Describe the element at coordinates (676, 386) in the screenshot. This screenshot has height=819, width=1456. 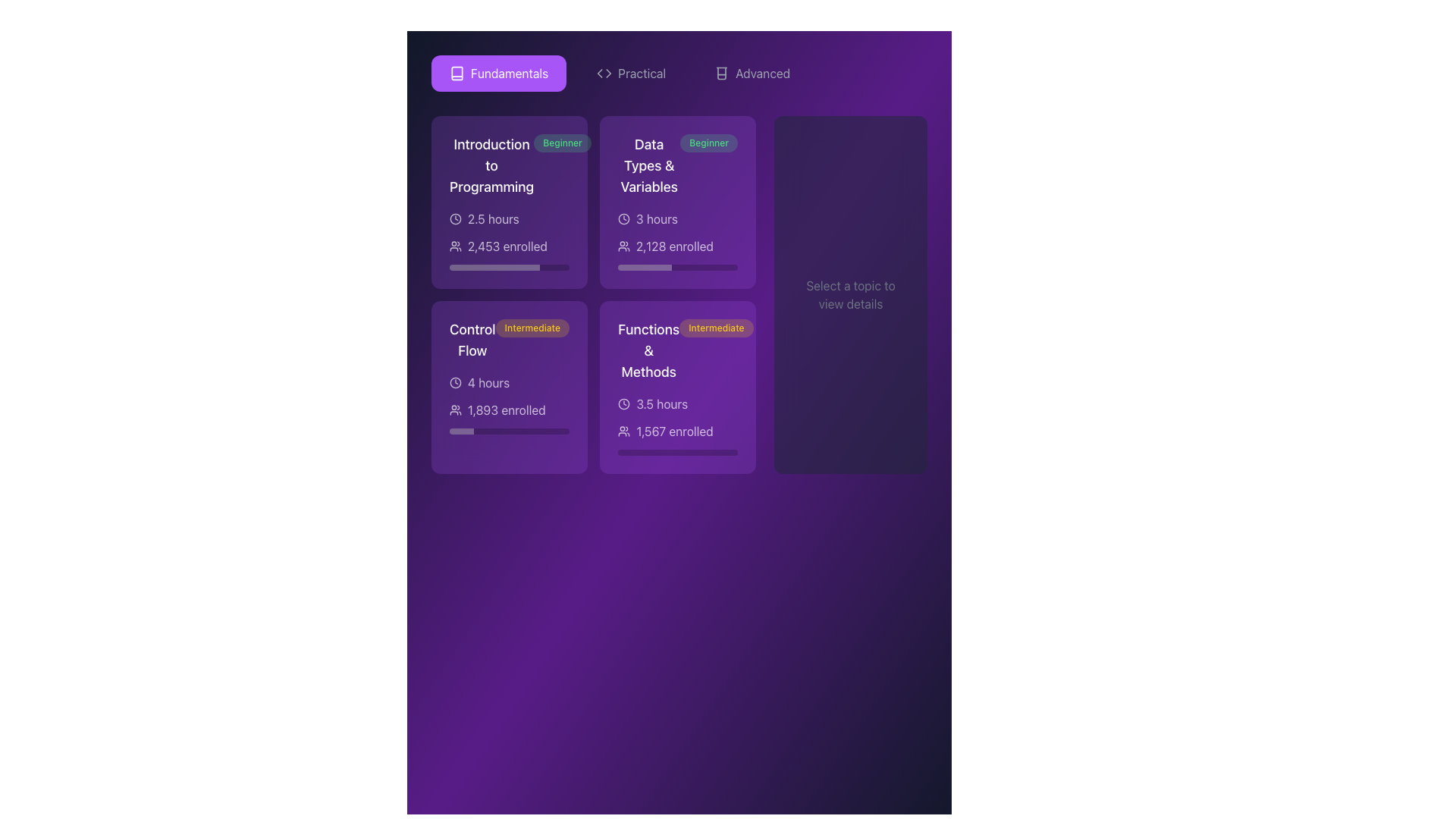
I see `the educational module card representing the 'Functions & Methods' course located in the bottom-right corner of the grid to trigger hover effects such as scale or shadow changes` at that location.